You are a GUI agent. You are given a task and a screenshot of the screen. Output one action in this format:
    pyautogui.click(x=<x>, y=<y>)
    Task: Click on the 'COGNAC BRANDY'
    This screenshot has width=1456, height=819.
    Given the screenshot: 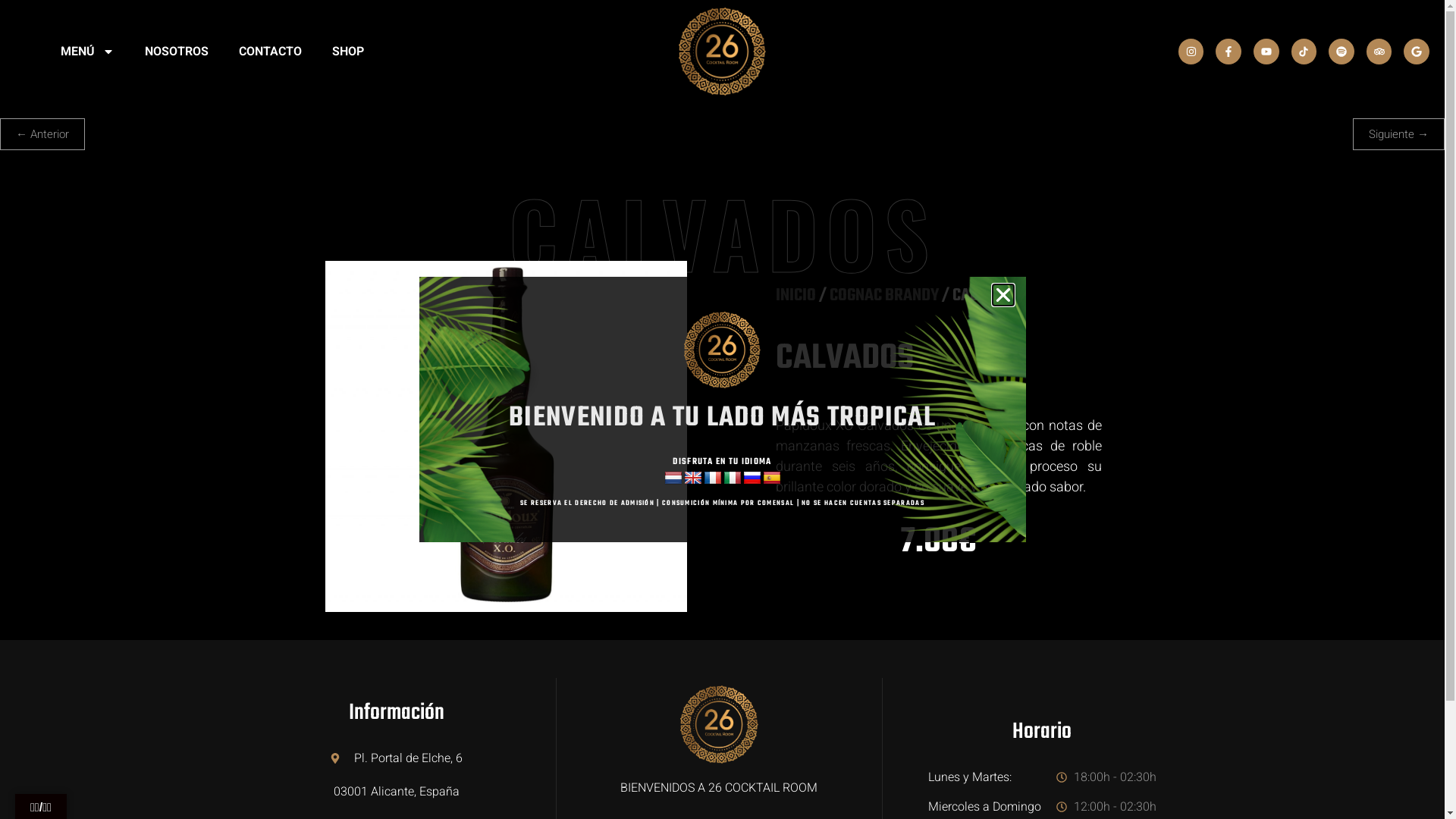 What is the action you would take?
    pyautogui.click(x=884, y=295)
    